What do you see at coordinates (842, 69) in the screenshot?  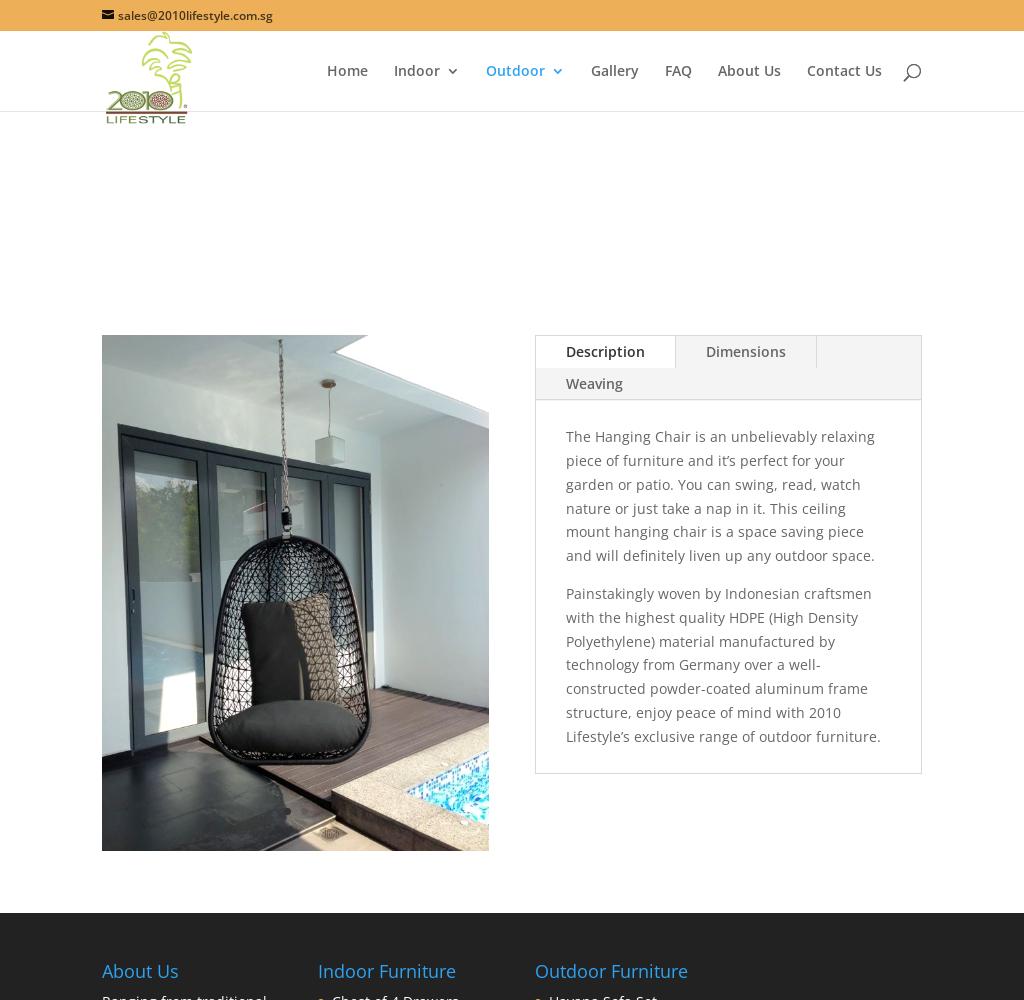 I see `'Contact Us'` at bounding box center [842, 69].